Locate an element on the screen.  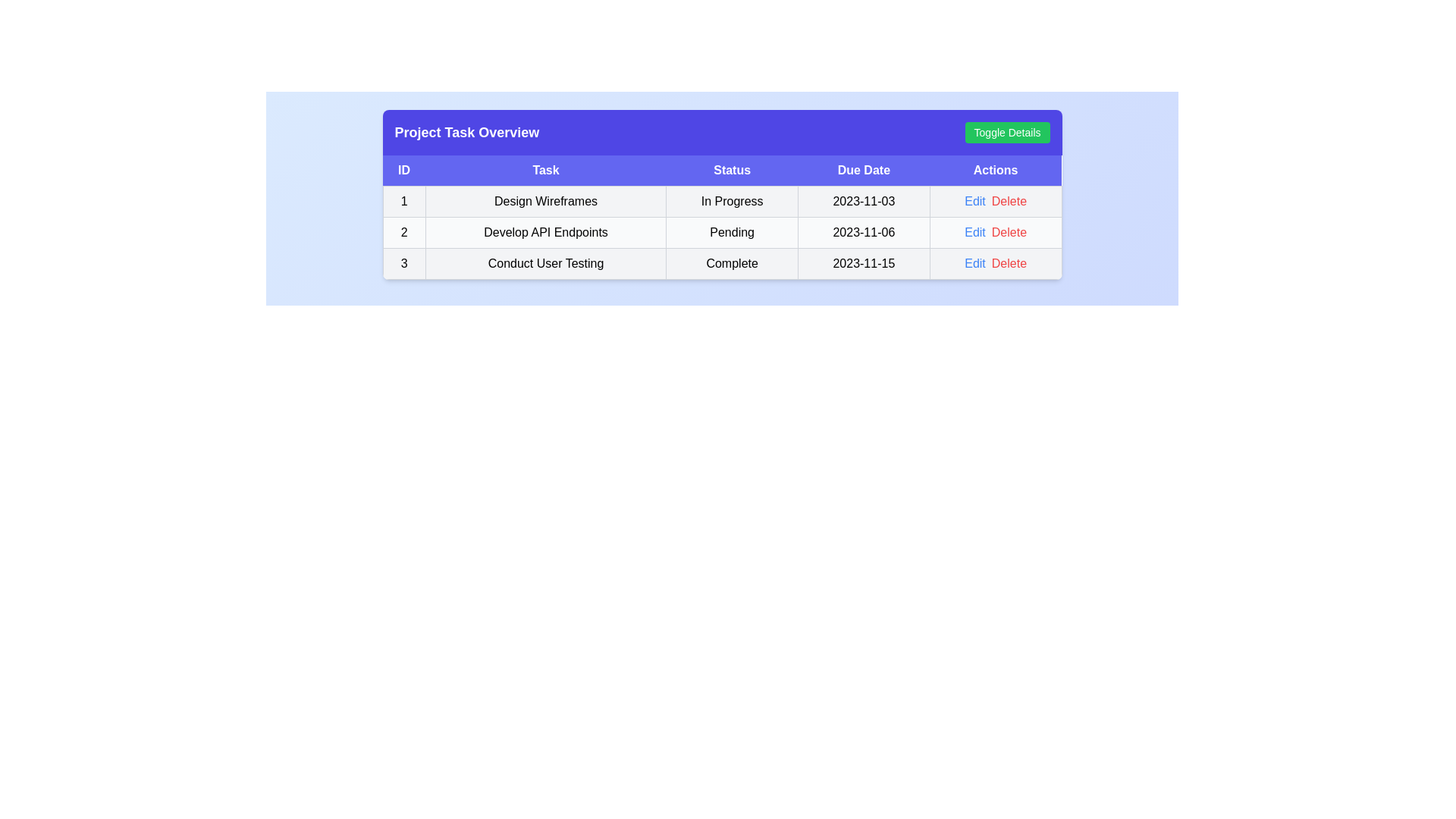
the 'Delete' button for task 3 is located at coordinates (1009, 262).